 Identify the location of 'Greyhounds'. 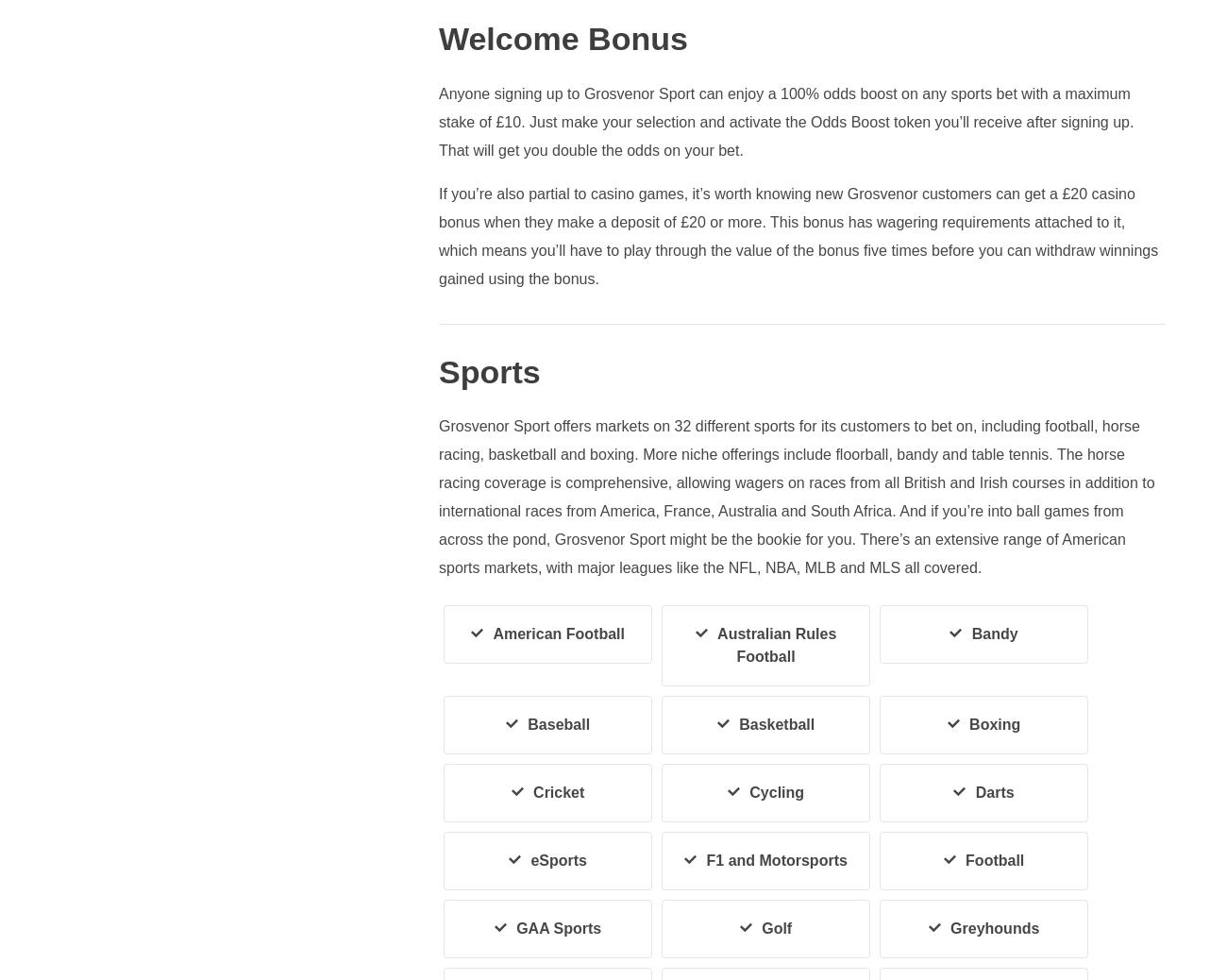
(995, 928).